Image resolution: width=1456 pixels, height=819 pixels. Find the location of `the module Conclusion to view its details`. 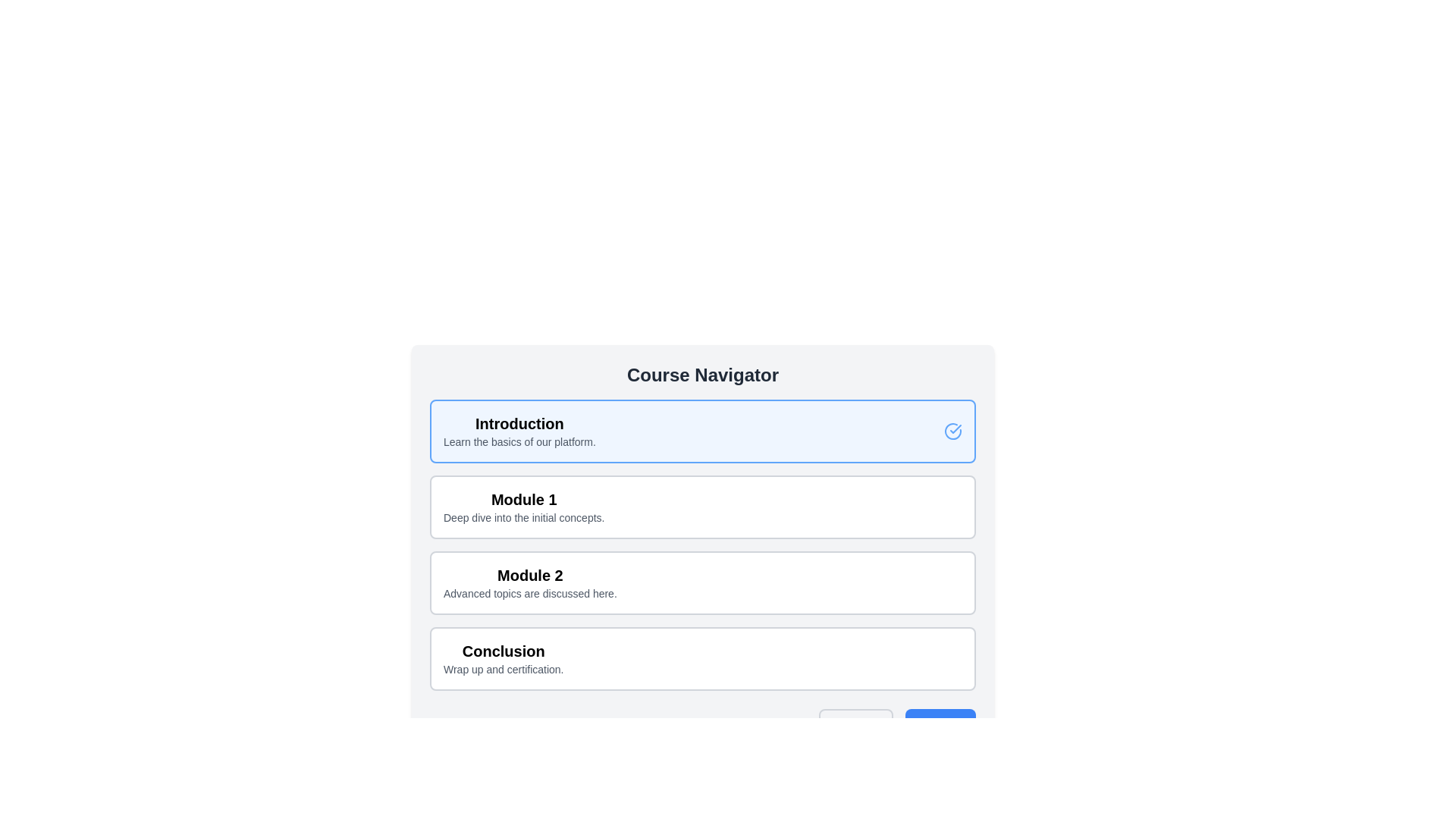

the module Conclusion to view its details is located at coordinates (701, 657).